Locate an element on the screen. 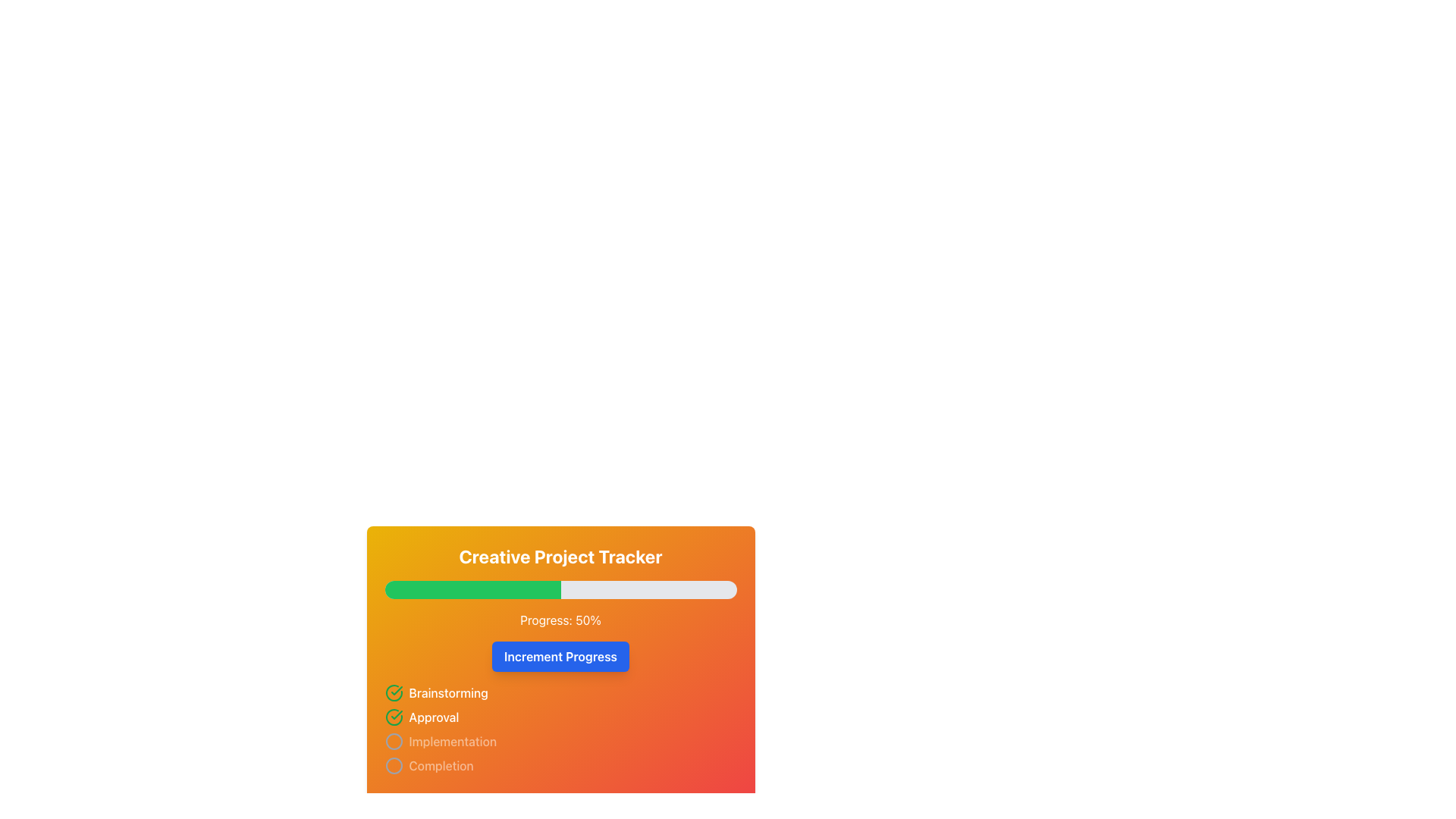 The height and width of the screenshot is (819, 1456). the status indicator icon for the 'Brainstorming' phase in the Creative Project Tracker checklist, located to the left of the 'Brainstorming' text is located at coordinates (394, 693).